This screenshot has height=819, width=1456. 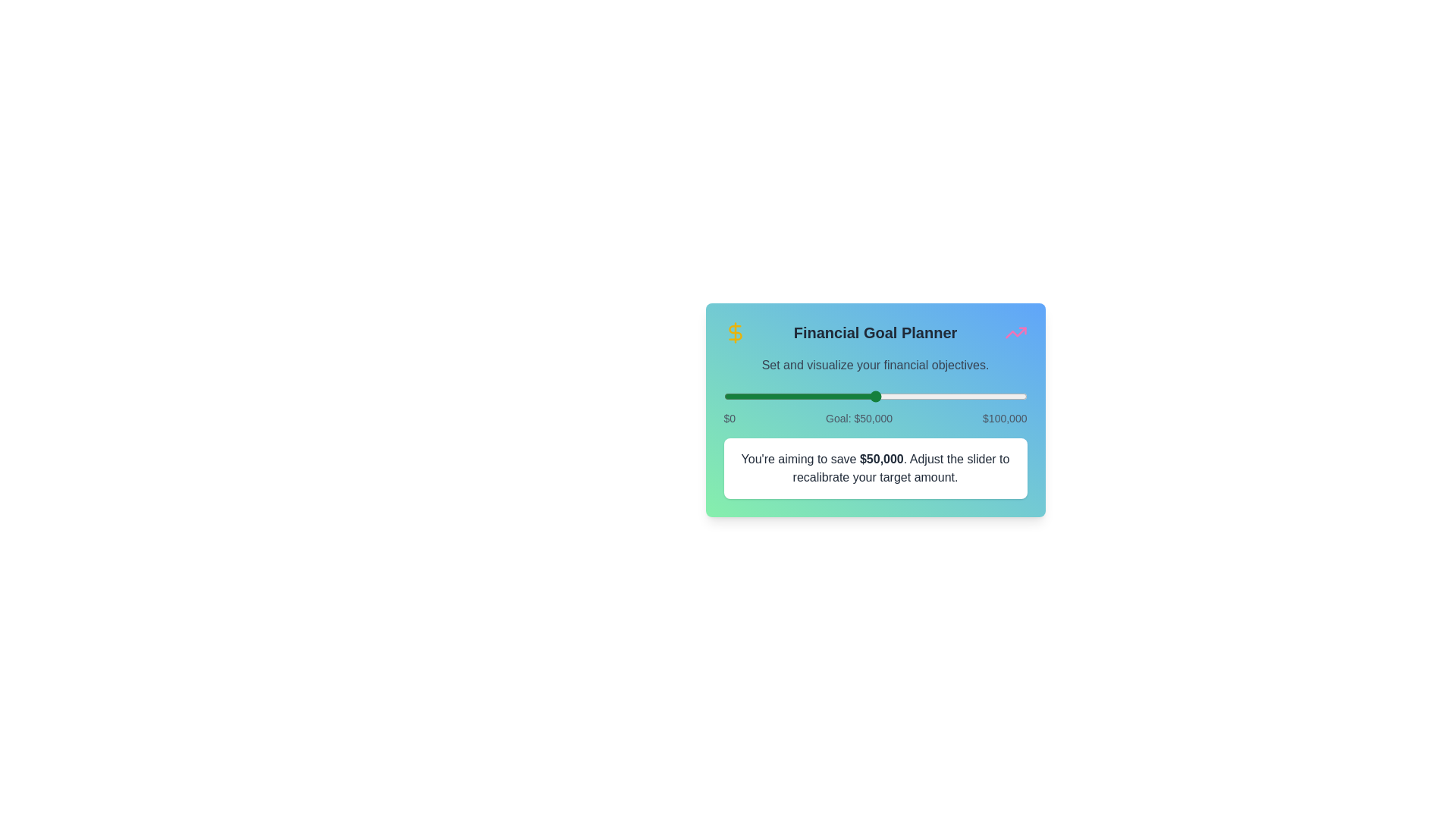 I want to click on the slider to set the financial goal to 26512 dollars, so click(x=803, y=396).